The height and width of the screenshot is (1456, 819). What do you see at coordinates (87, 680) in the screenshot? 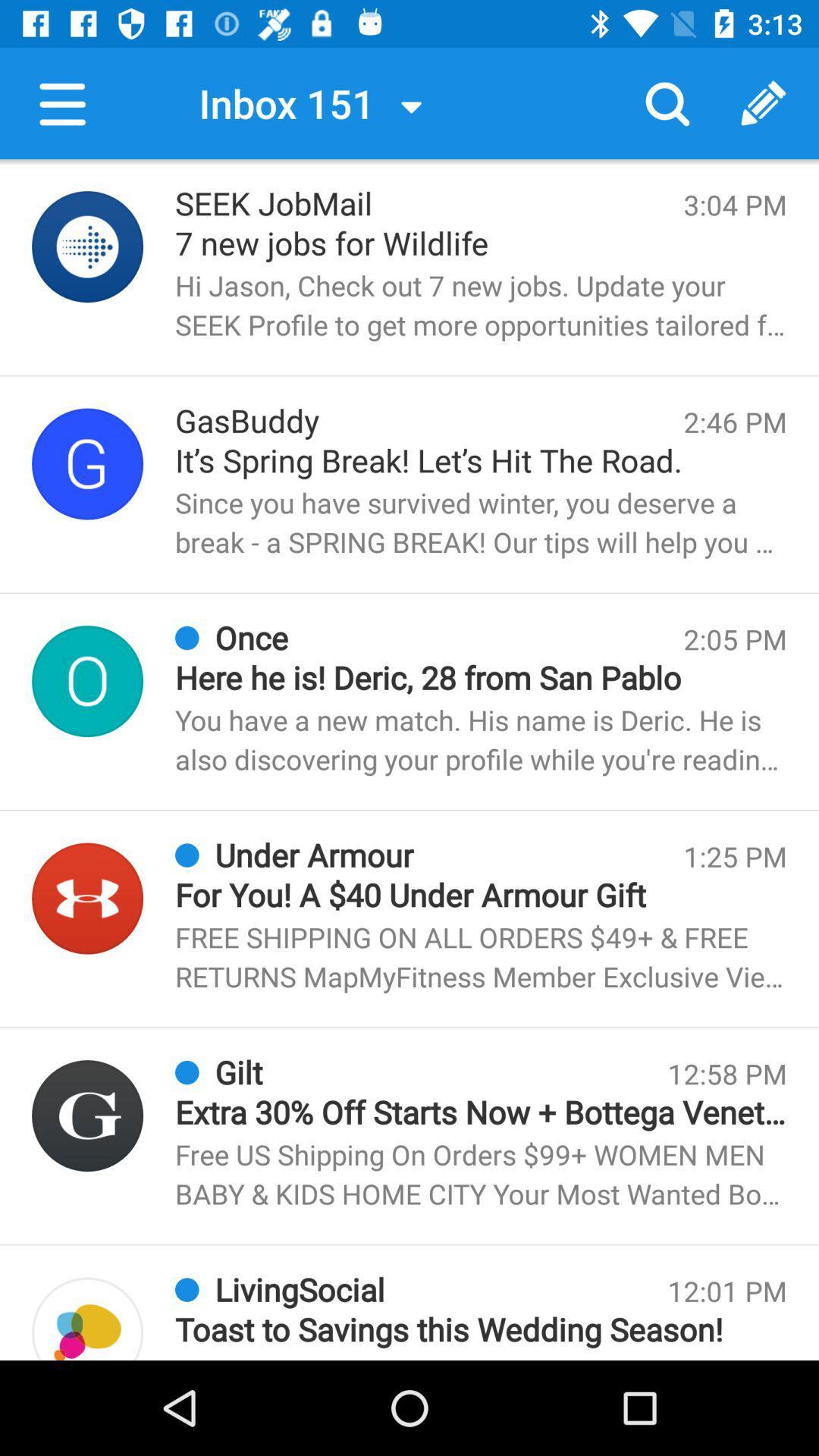
I see `open info about that sender` at bounding box center [87, 680].